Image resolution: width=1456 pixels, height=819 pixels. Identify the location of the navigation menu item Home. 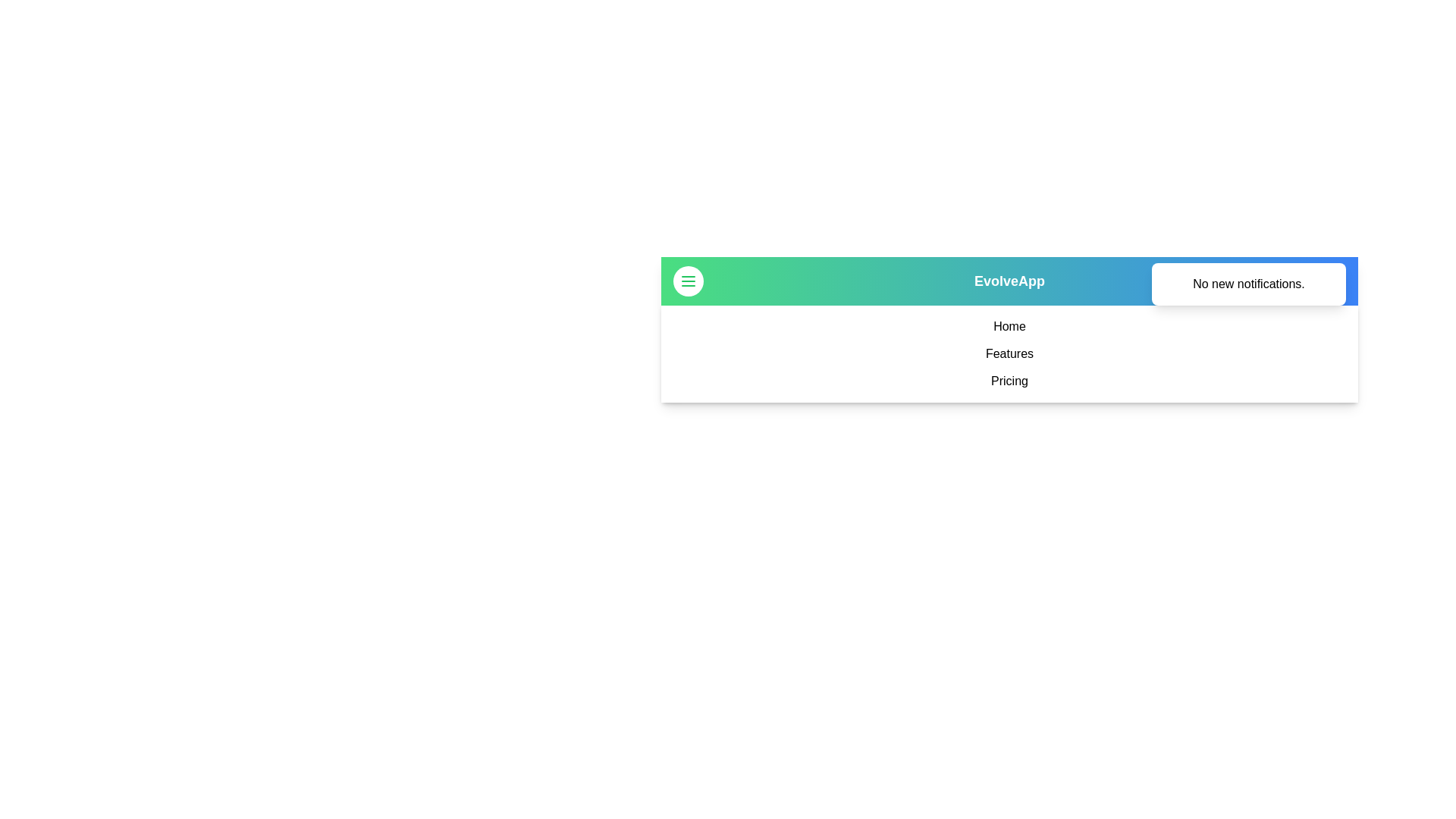
(1009, 326).